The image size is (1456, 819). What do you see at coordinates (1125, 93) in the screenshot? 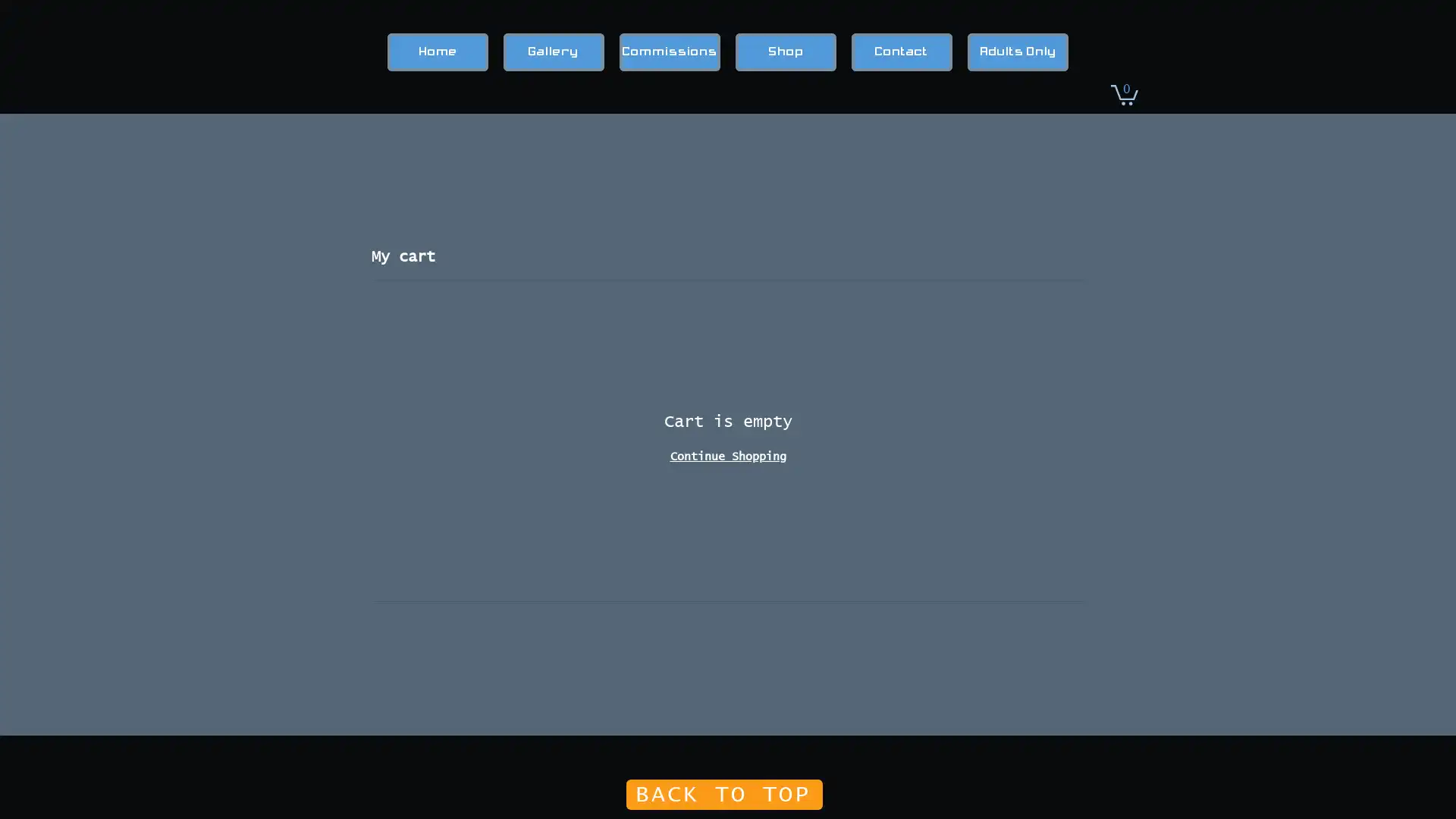
I see `Cart with 0 items` at bounding box center [1125, 93].